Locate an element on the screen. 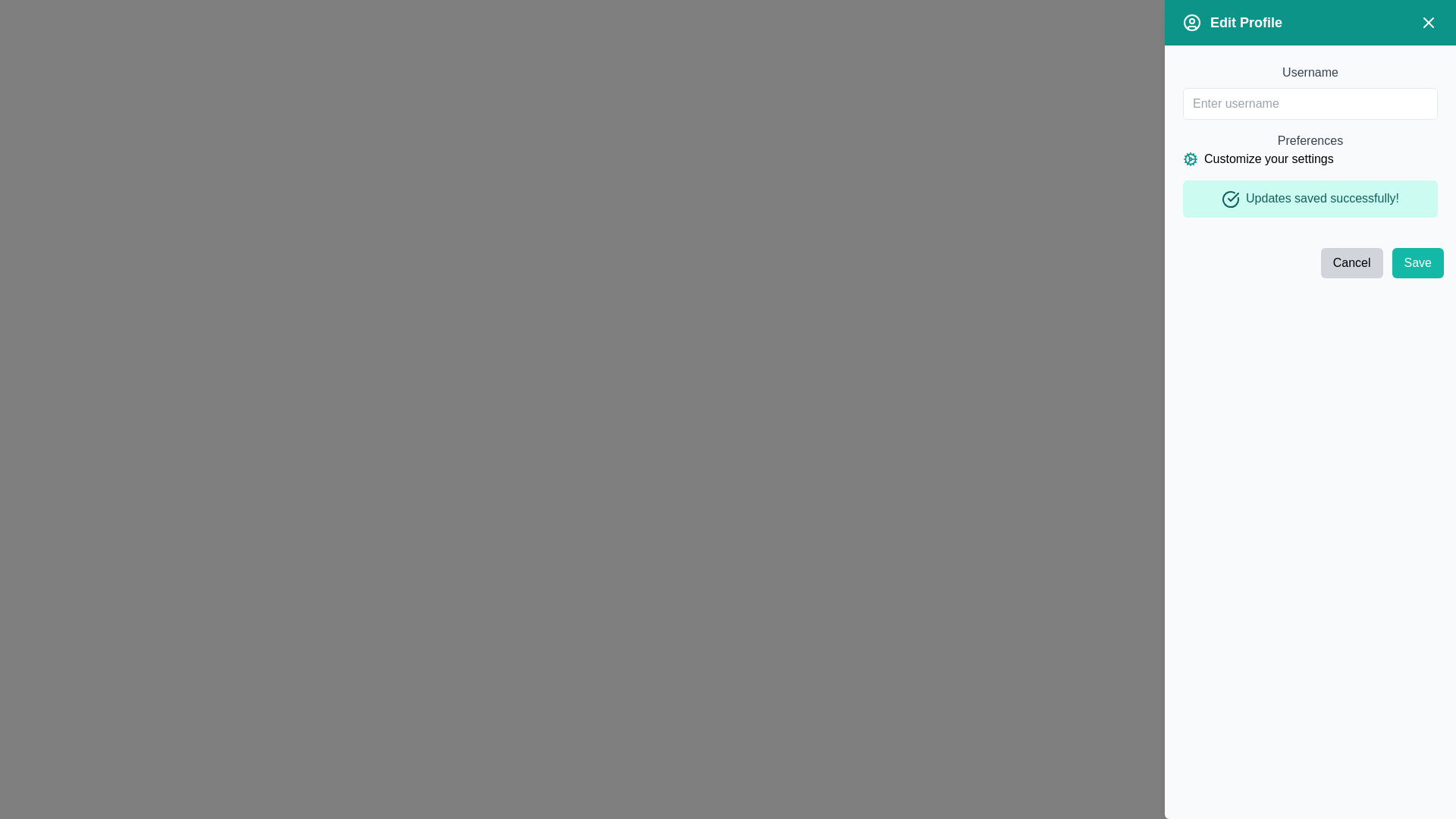  the 'Save' button located at the bottom-right corner of the 'Edit Profile' dialog box to change its color is located at coordinates (1417, 262).